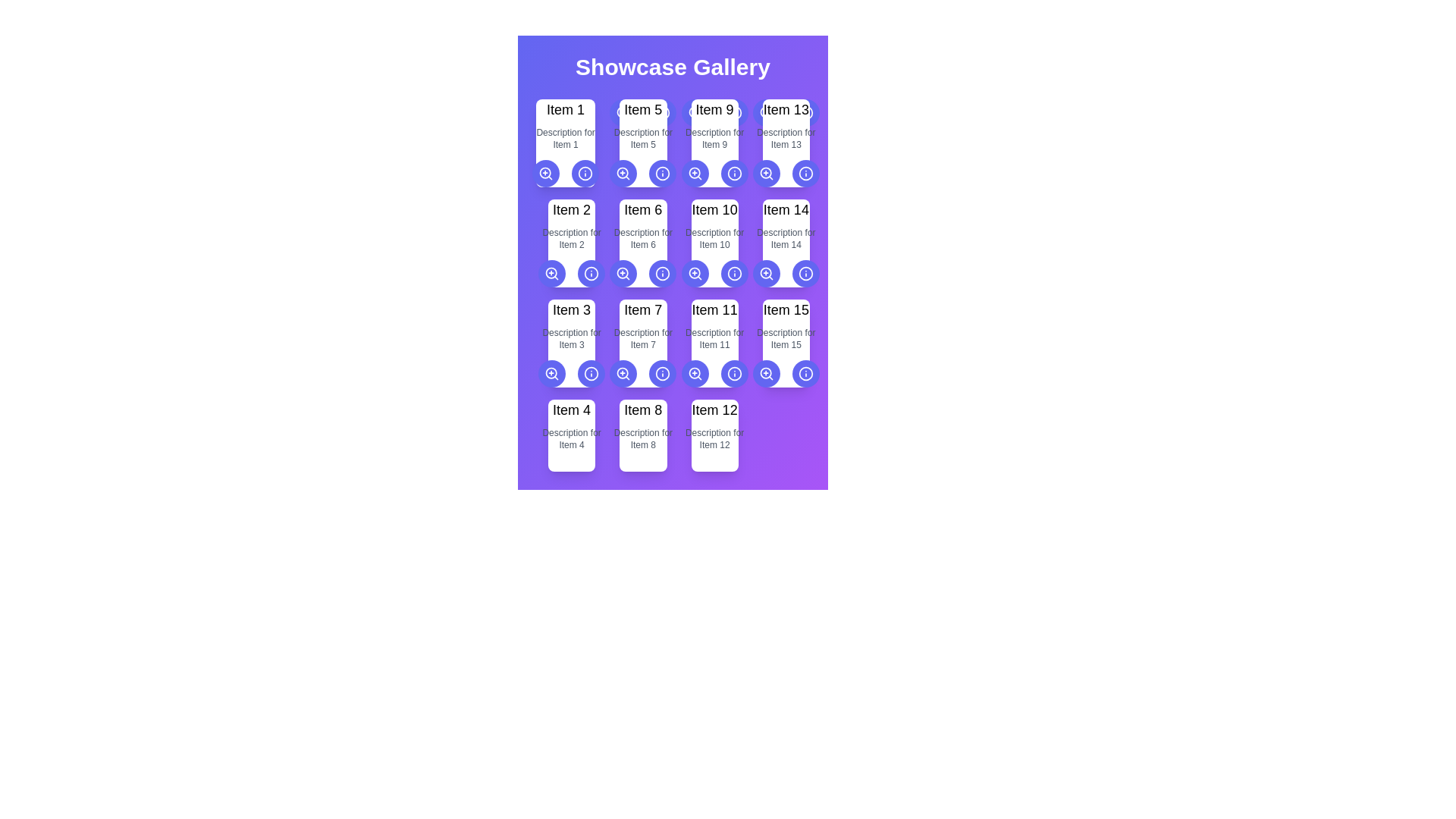 The width and height of the screenshot is (1456, 819). What do you see at coordinates (643, 435) in the screenshot?
I see `the display card showcasing an item, located in the fourth row and second column of the grid layout` at bounding box center [643, 435].